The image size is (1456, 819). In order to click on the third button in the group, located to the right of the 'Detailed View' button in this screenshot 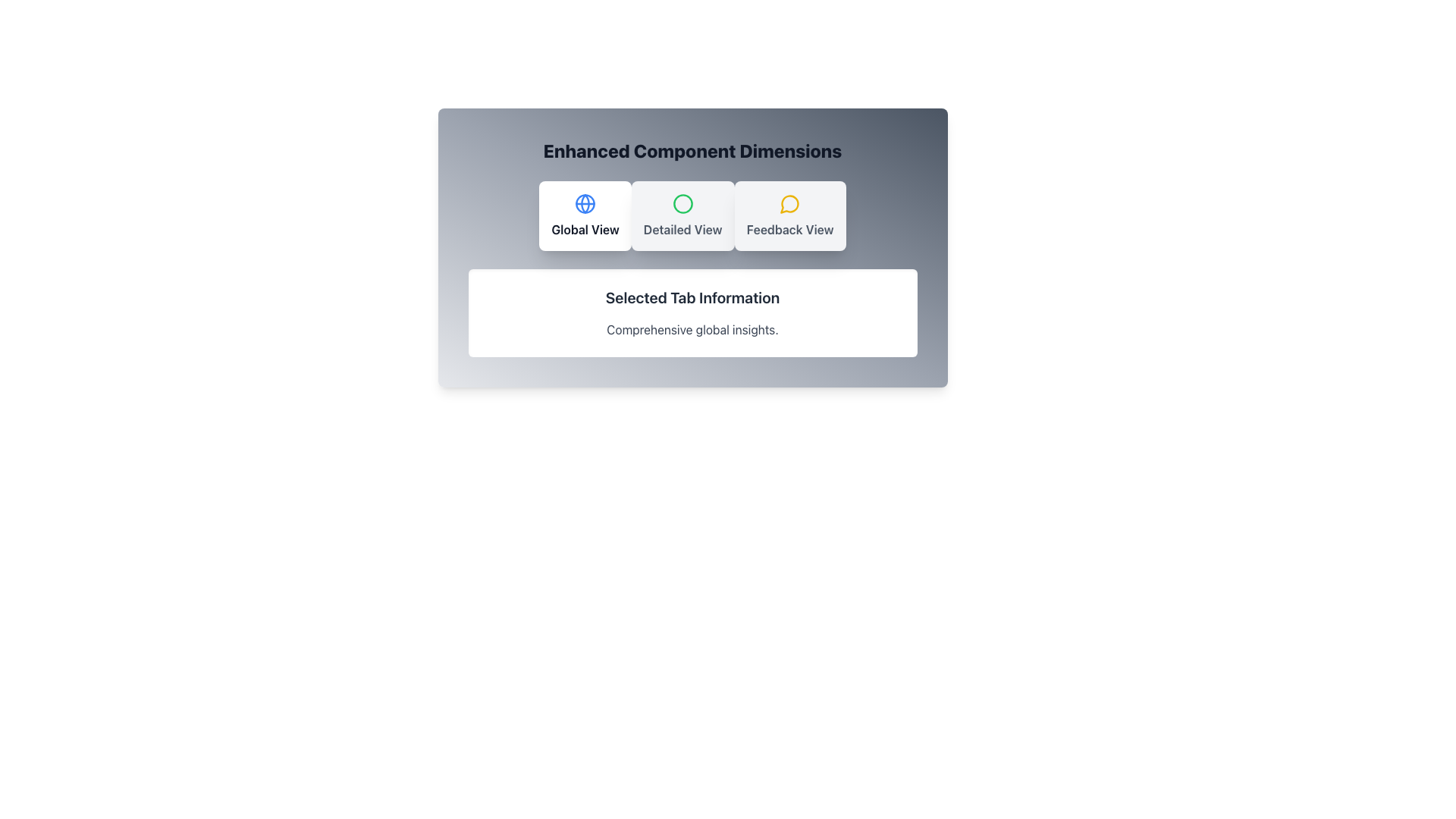, I will do `click(789, 216)`.